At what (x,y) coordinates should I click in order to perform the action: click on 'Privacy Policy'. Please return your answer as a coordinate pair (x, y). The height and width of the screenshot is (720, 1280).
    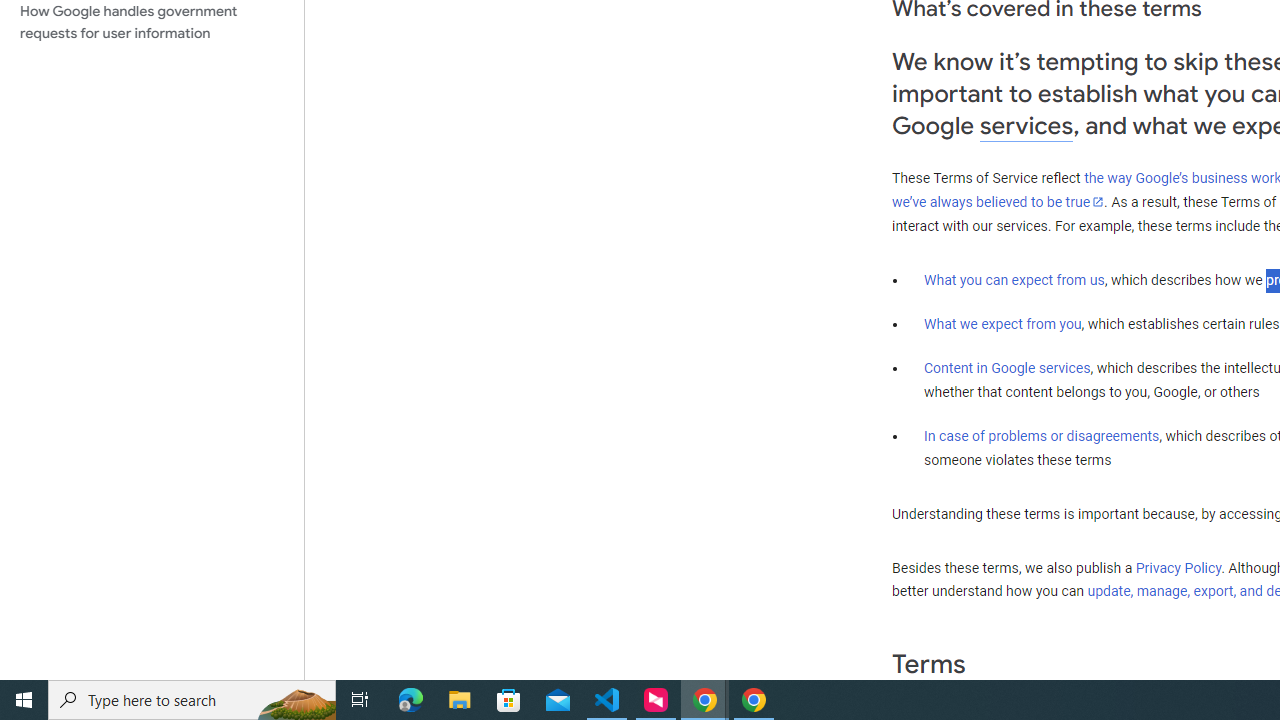
    Looking at the image, I should click on (1178, 567).